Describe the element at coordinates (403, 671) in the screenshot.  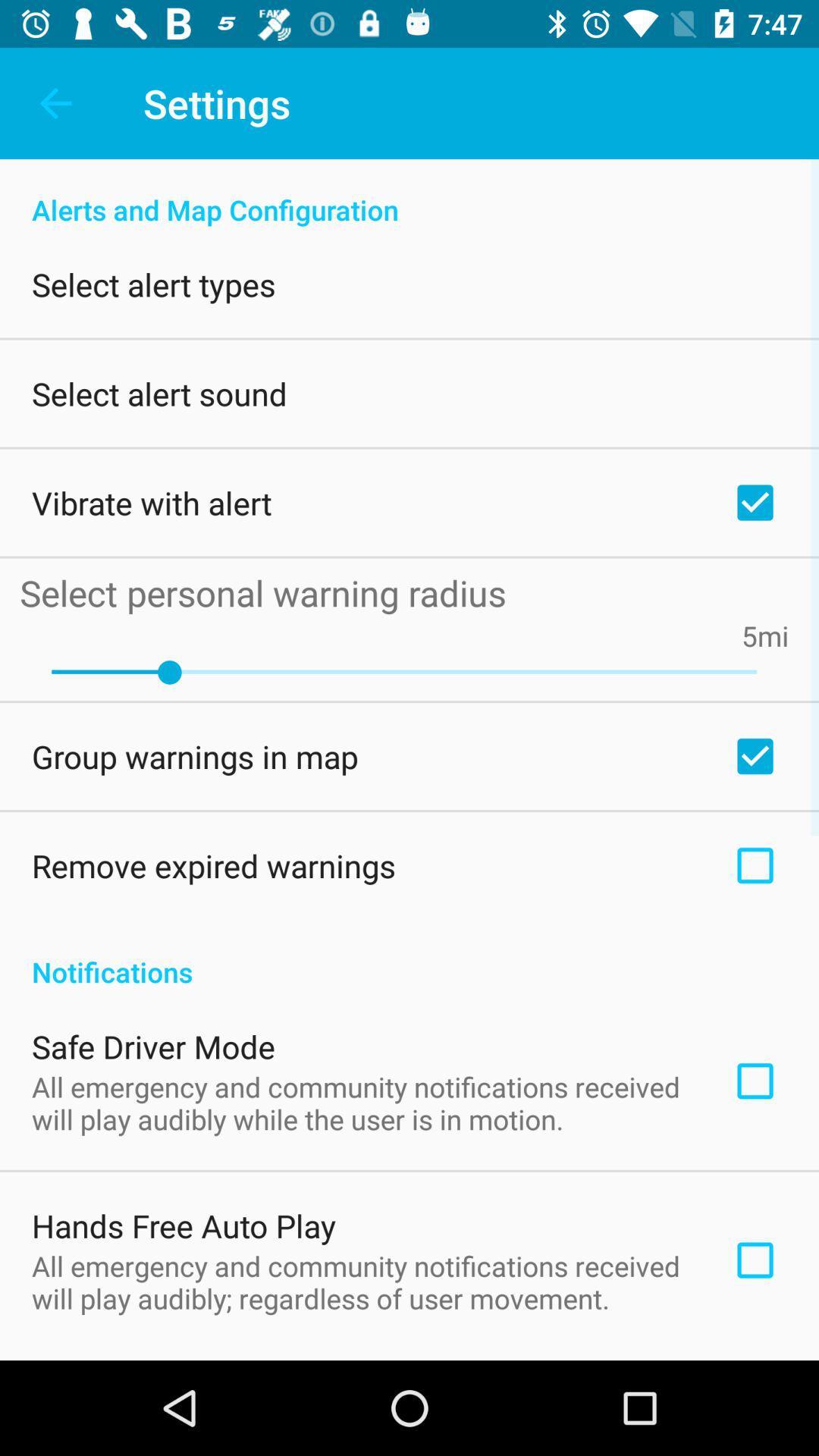
I see `icon below the mi item` at that location.